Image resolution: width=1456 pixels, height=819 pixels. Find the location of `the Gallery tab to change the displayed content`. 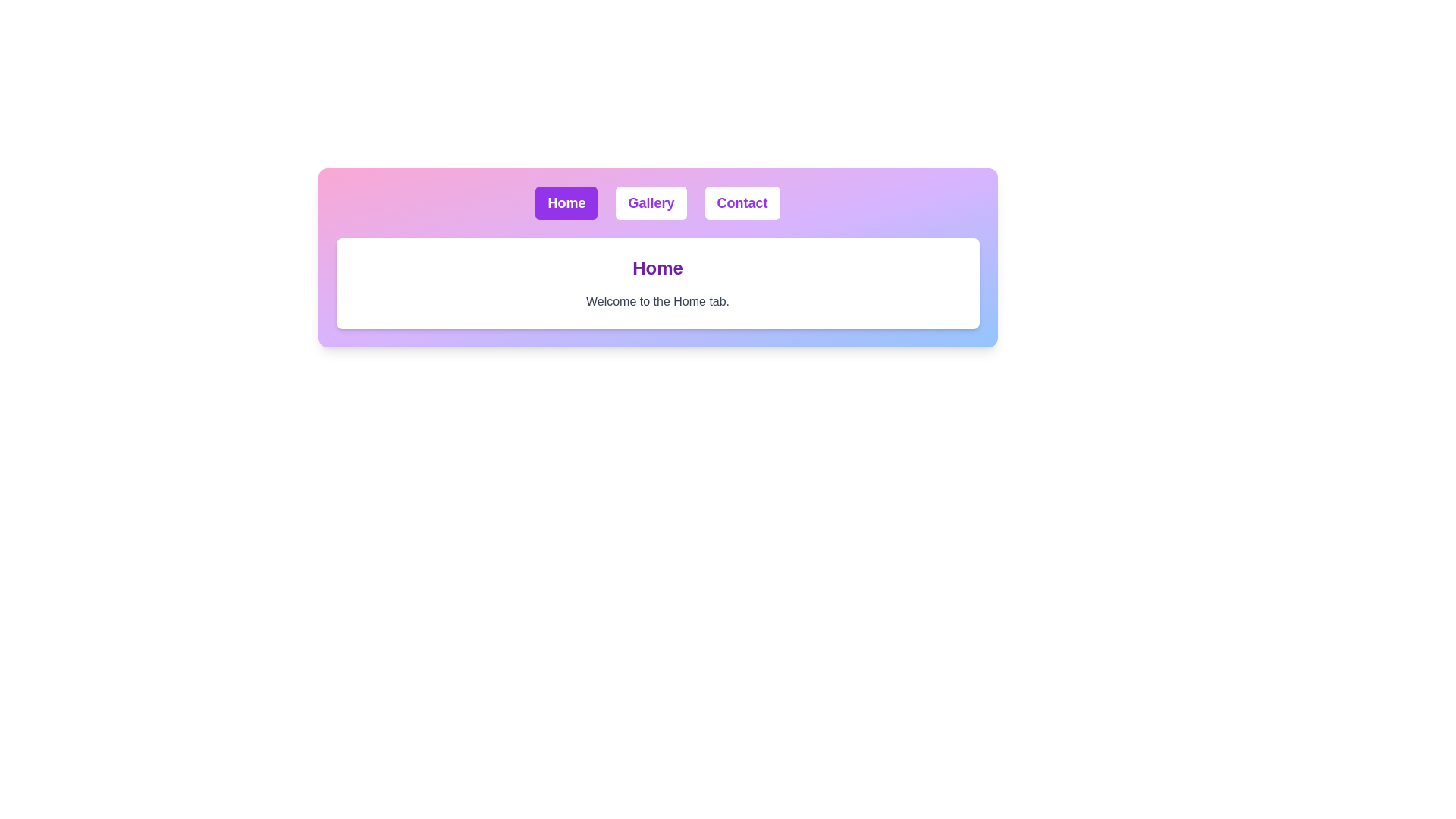

the Gallery tab to change the displayed content is located at coordinates (651, 202).